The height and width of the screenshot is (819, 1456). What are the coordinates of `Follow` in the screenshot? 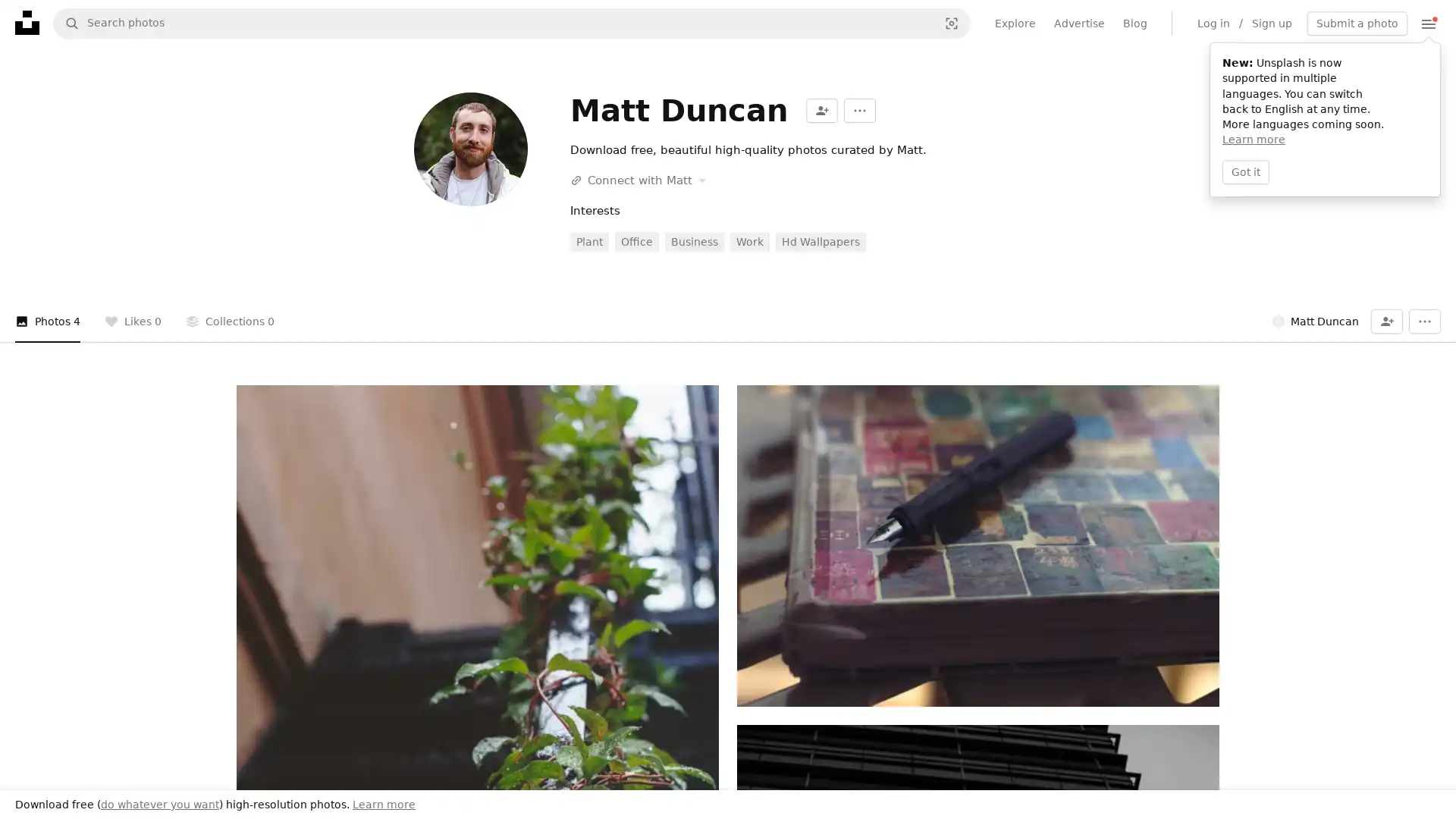 It's located at (821, 110).